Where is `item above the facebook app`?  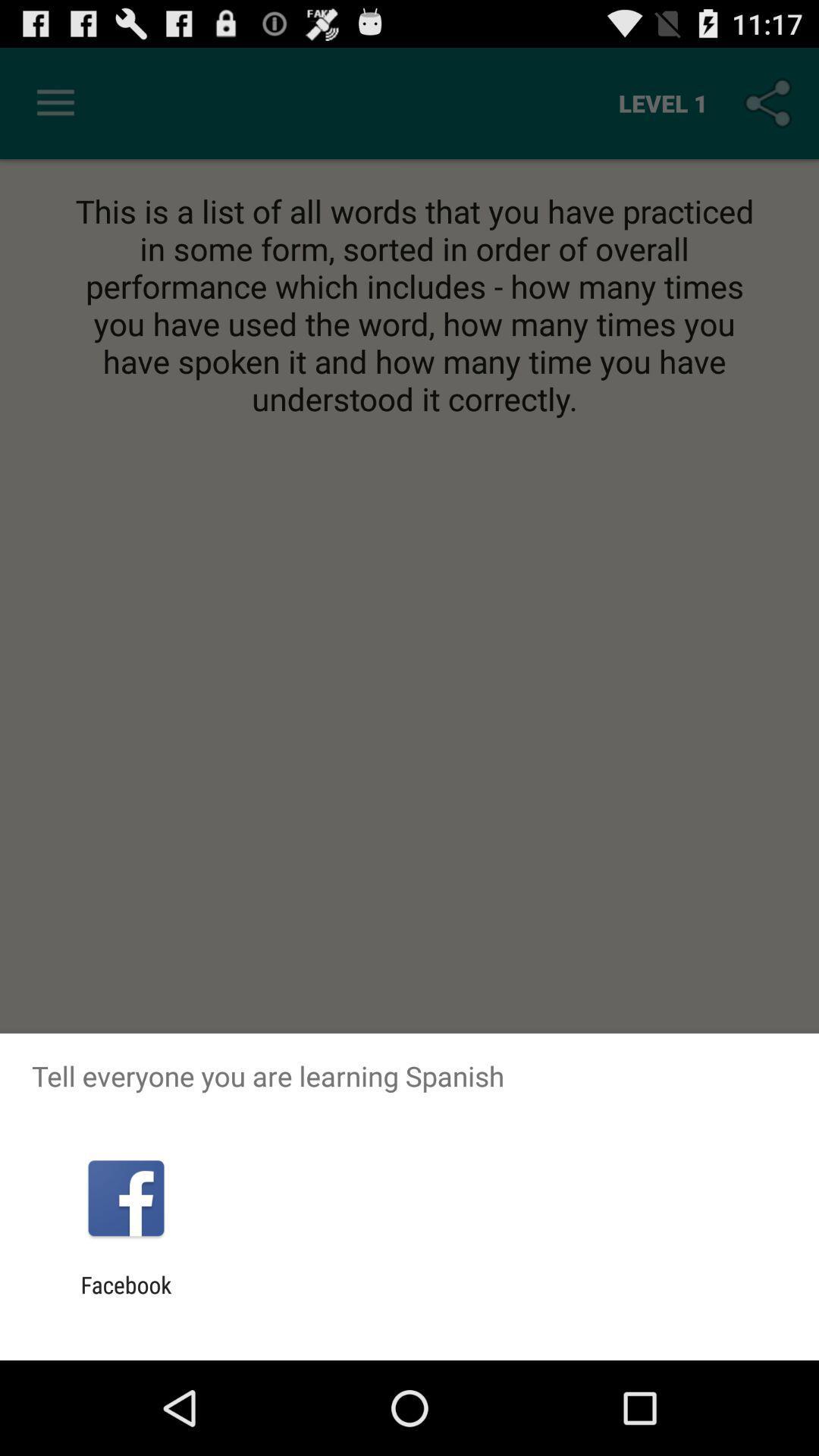 item above the facebook app is located at coordinates (125, 1197).